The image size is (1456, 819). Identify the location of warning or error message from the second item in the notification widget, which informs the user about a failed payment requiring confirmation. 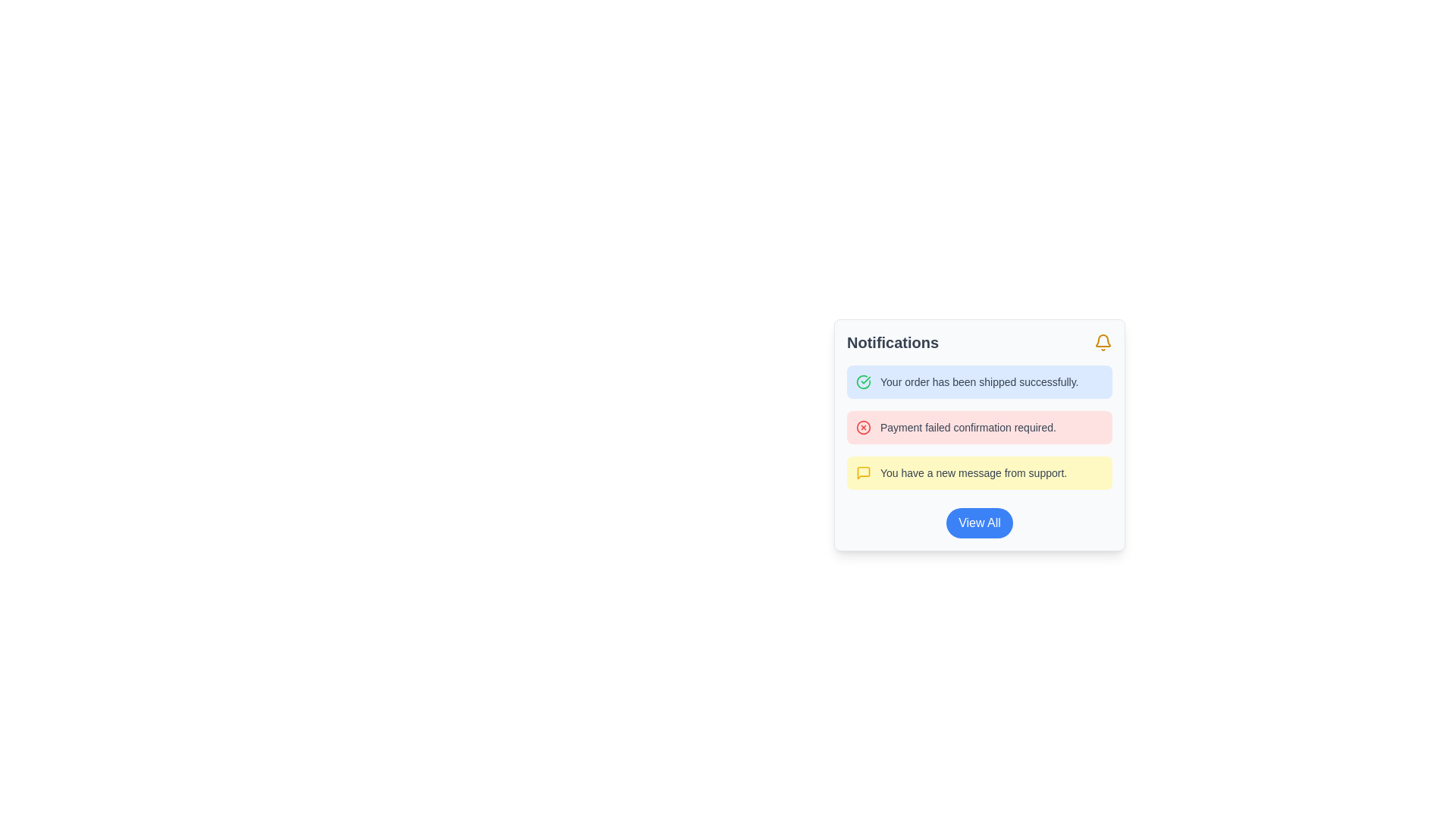
(967, 427).